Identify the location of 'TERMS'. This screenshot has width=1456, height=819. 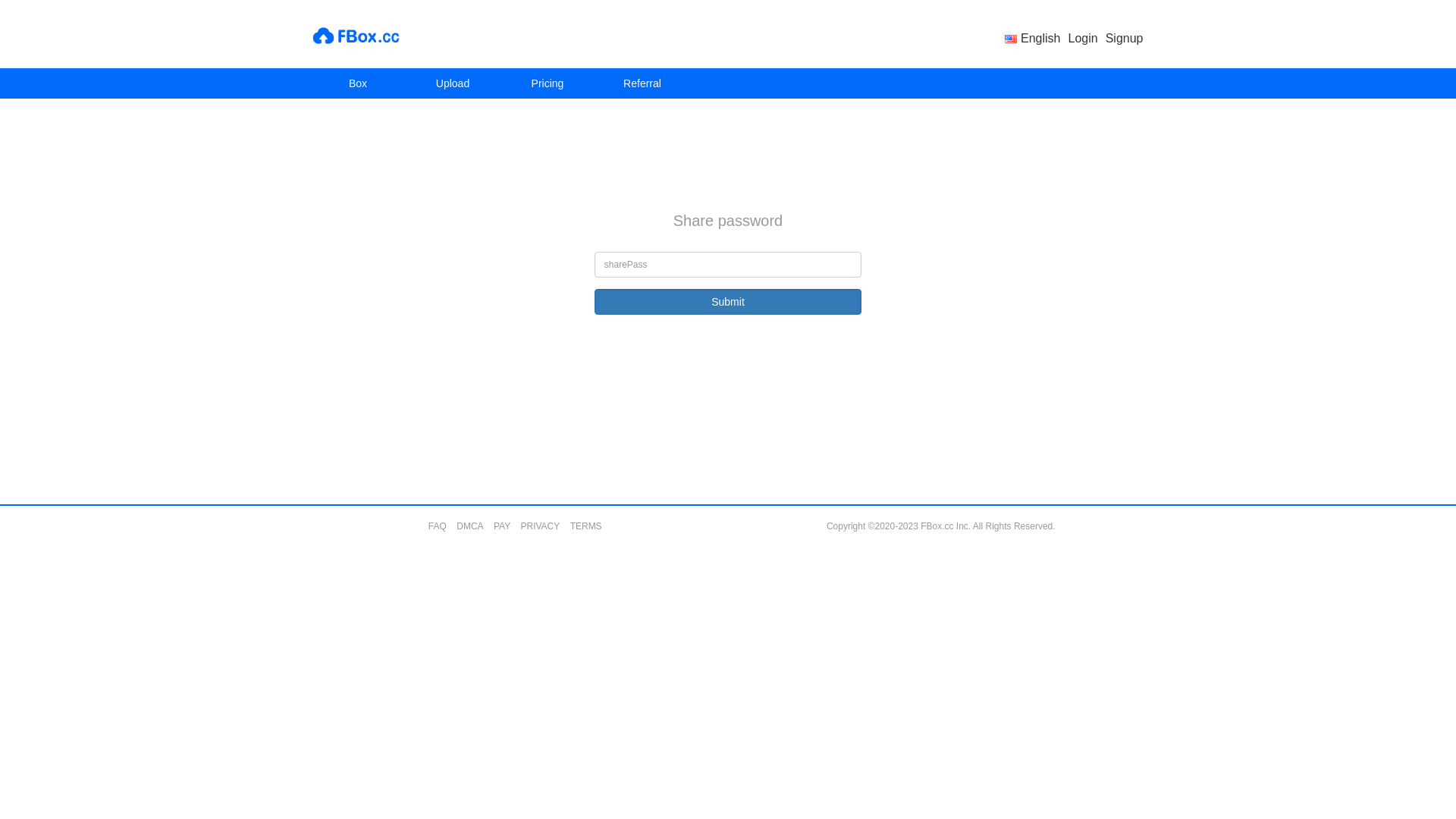
(585, 526).